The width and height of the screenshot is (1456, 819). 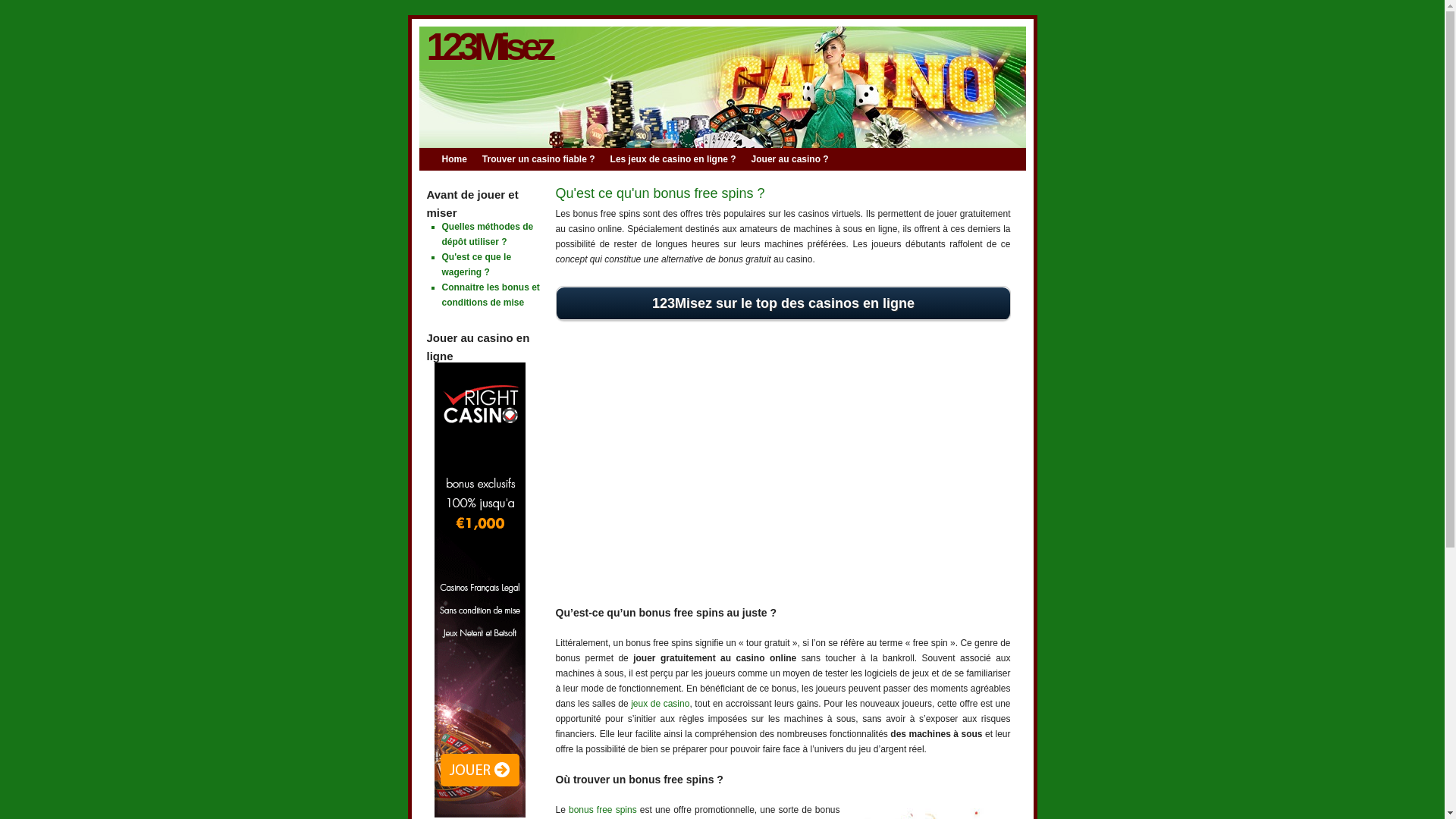 I want to click on 'Les jeux de casino en ligne ?', so click(x=679, y=158).